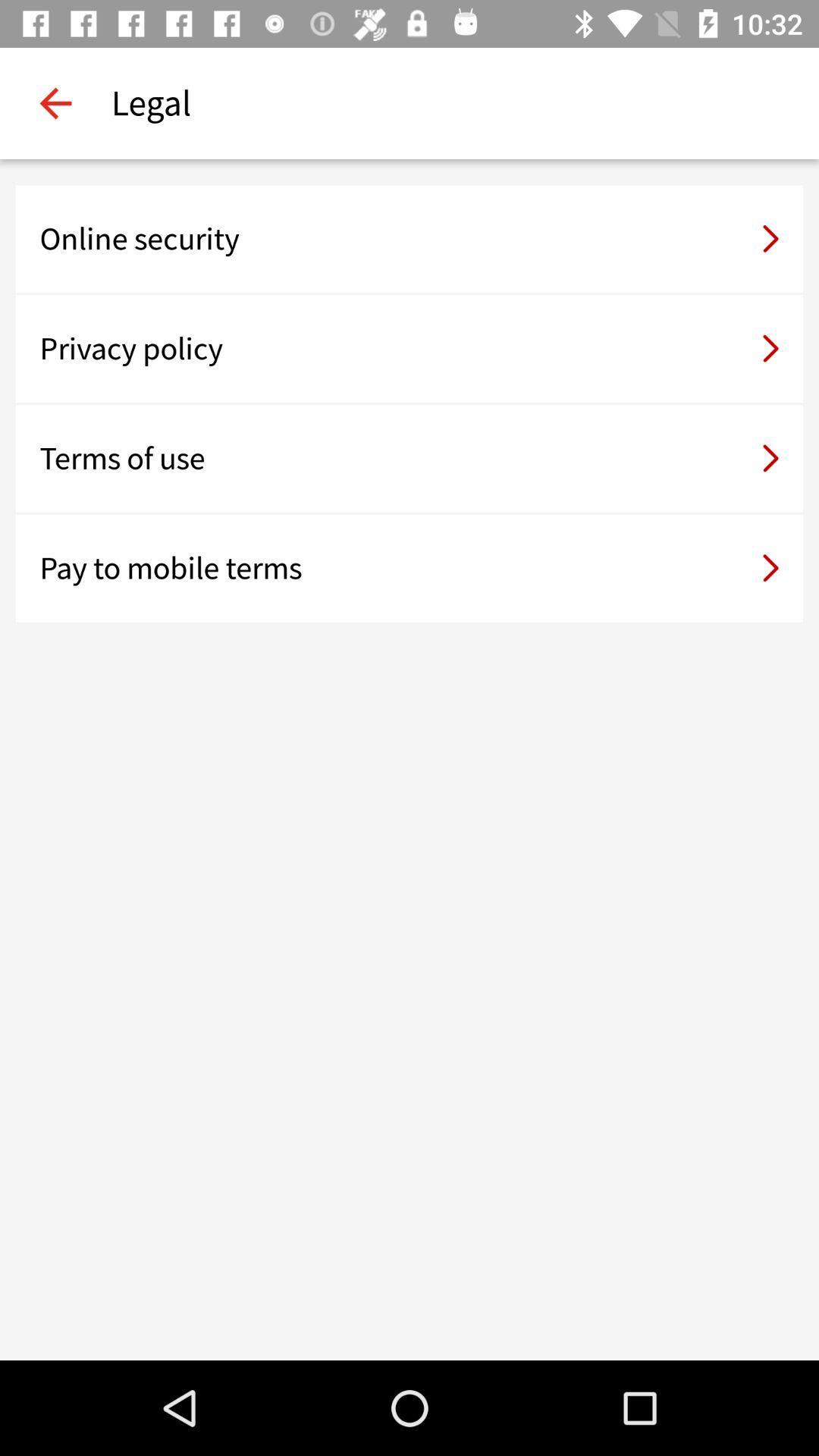 The height and width of the screenshot is (1456, 819). I want to click on icon above online security icon, so click(55, 102).